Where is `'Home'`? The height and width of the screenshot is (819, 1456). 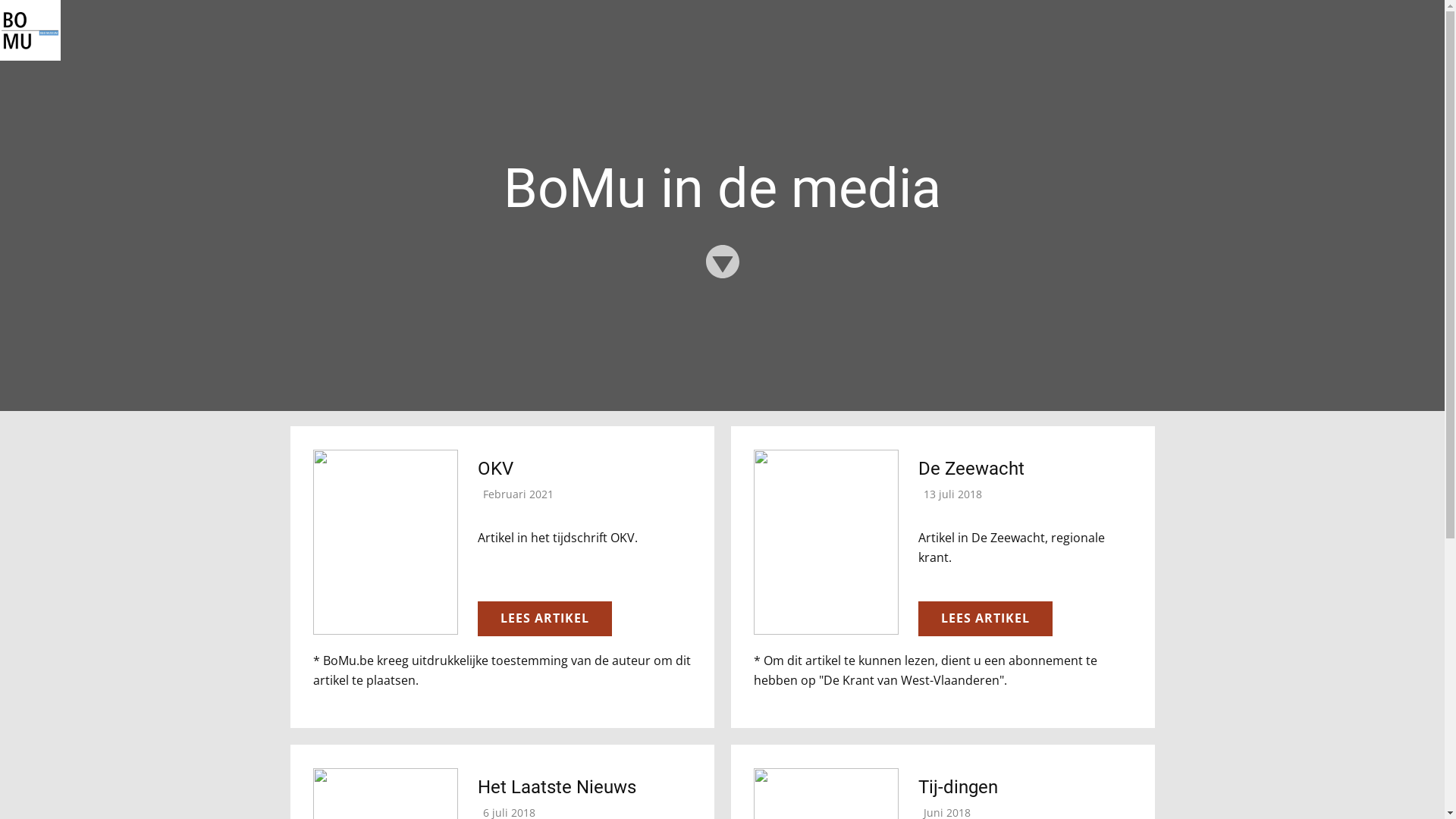 'Home' is located at coordinates (0, 30).